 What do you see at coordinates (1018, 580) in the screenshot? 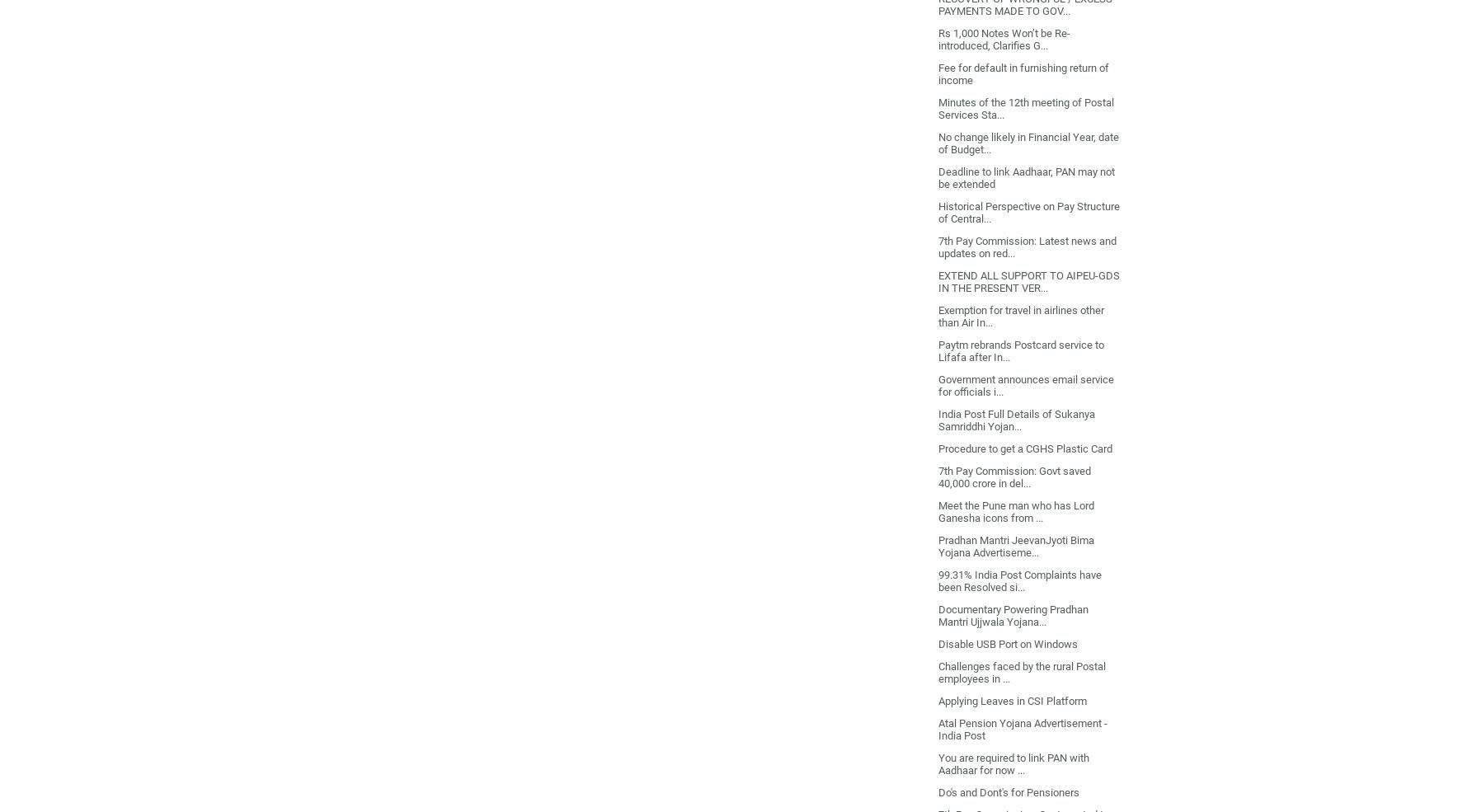
I see `'99.31% India Post Complaints have been Resolved si...'` at bounding box center [1018, 580].